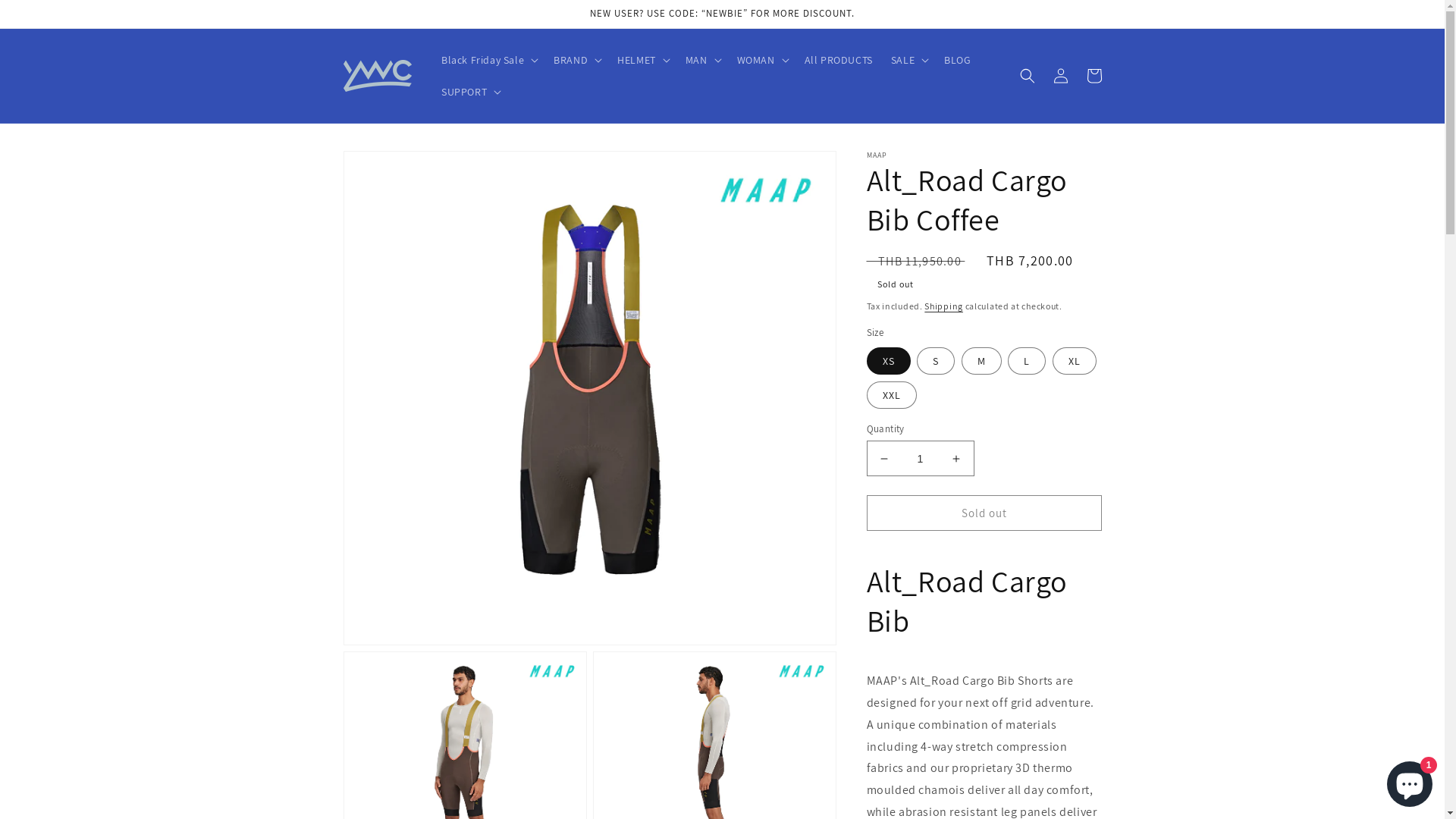 The height and width of the screenshot is (819, 1456). I want to click on 'BLOG', so click(956, 58).